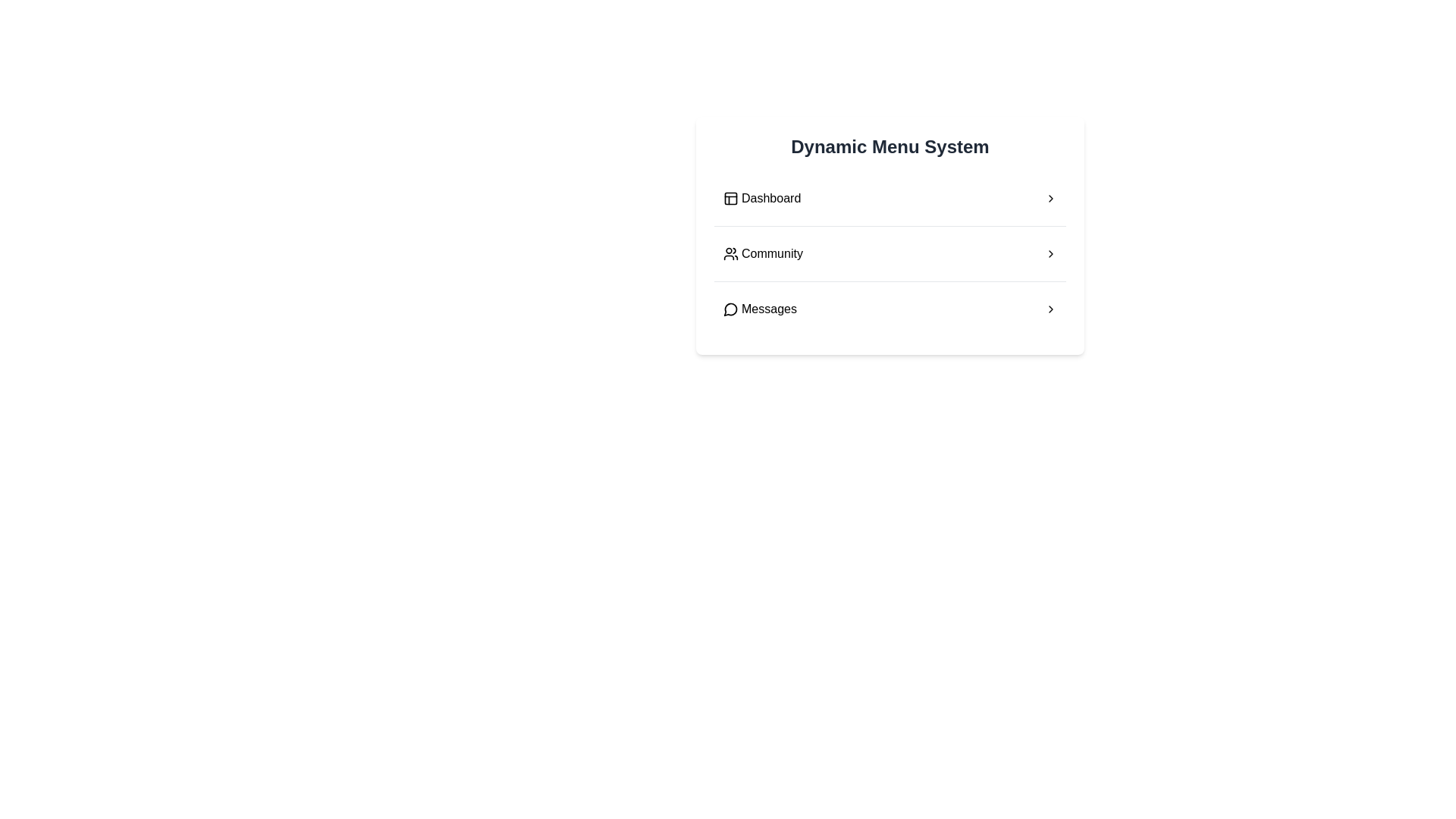  Describe the element at coordinates (1050, 309) in the screenshot. I see `the icon on the rightmost side of the 'Messages' row` at that location.